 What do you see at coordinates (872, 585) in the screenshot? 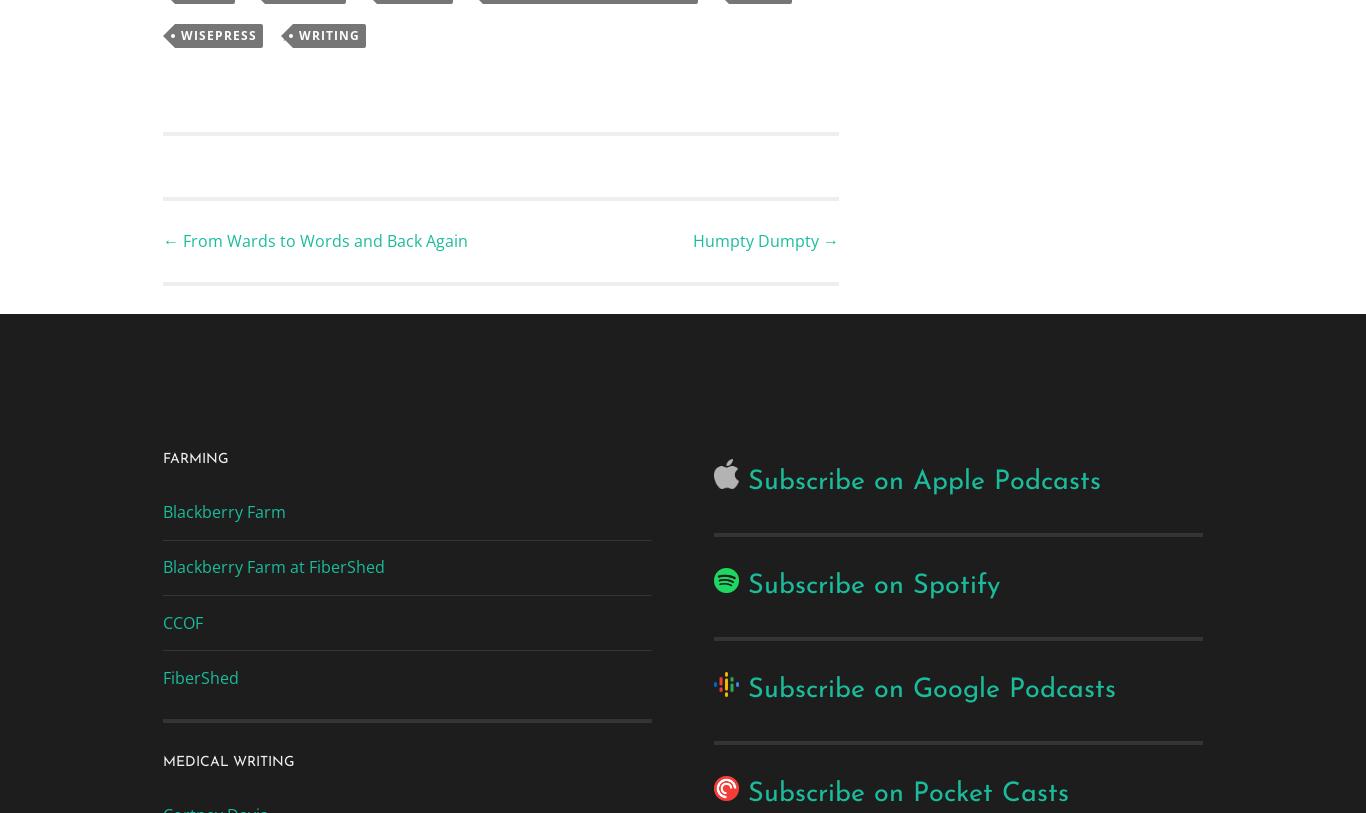
I see `'Subscribe on Spotify'` at bounding box center [872, 585].